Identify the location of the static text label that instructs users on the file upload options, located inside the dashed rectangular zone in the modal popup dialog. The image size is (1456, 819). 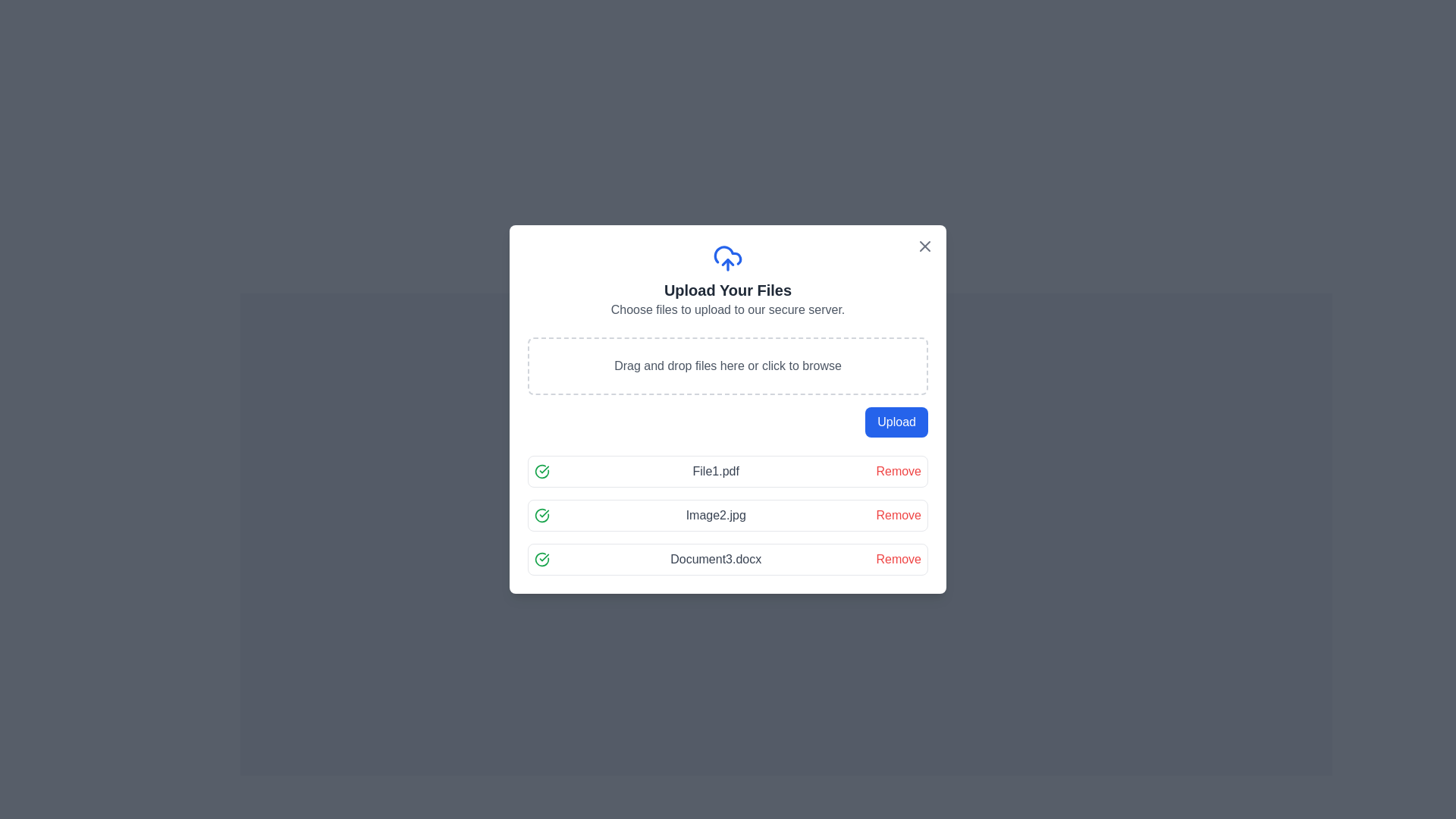
(728, 366).